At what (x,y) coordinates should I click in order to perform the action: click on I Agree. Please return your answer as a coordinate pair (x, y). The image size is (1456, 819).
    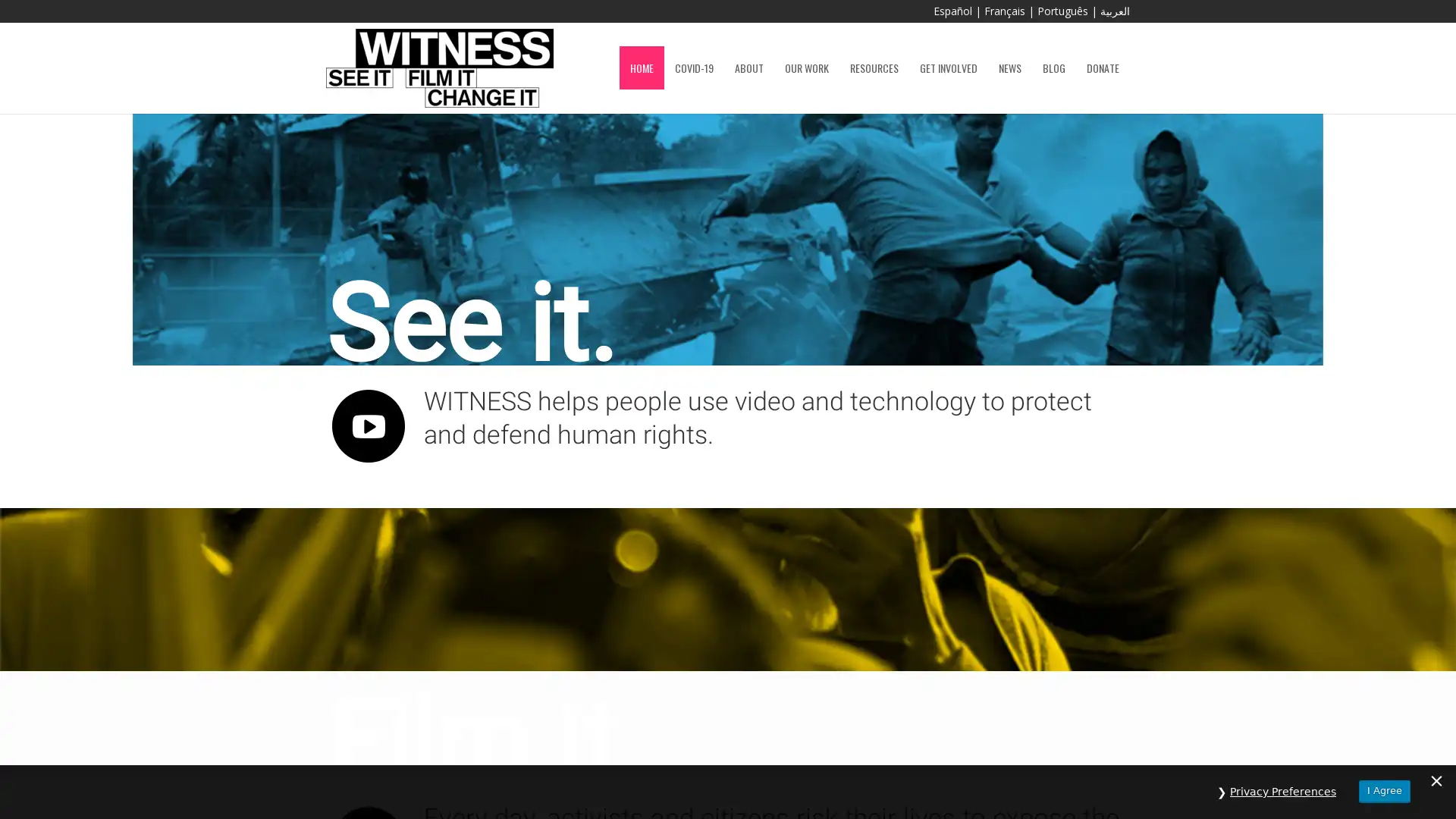
    Looking at the image, I should click on (1384, 790).